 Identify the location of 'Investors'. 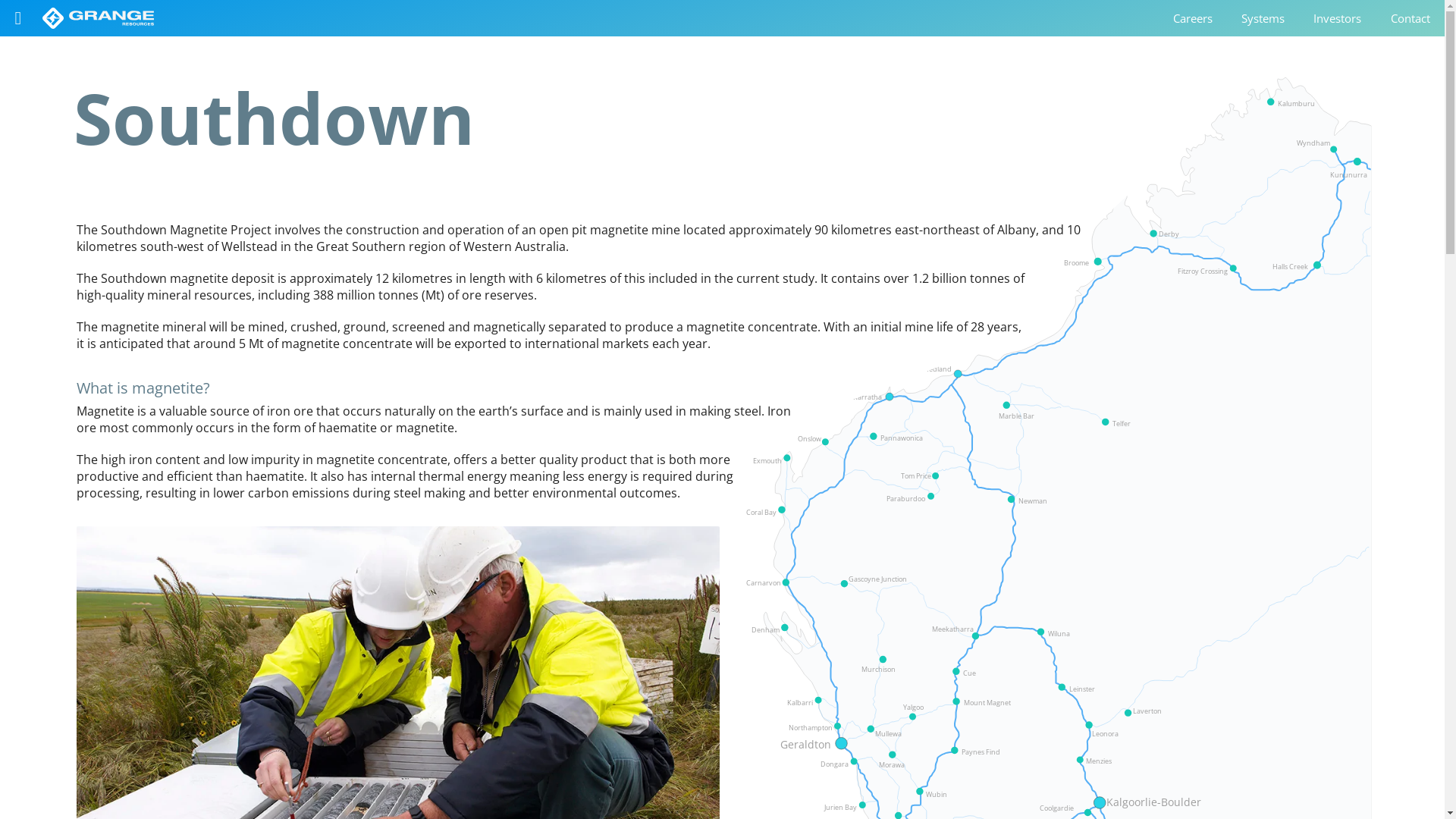
(1337, 17).